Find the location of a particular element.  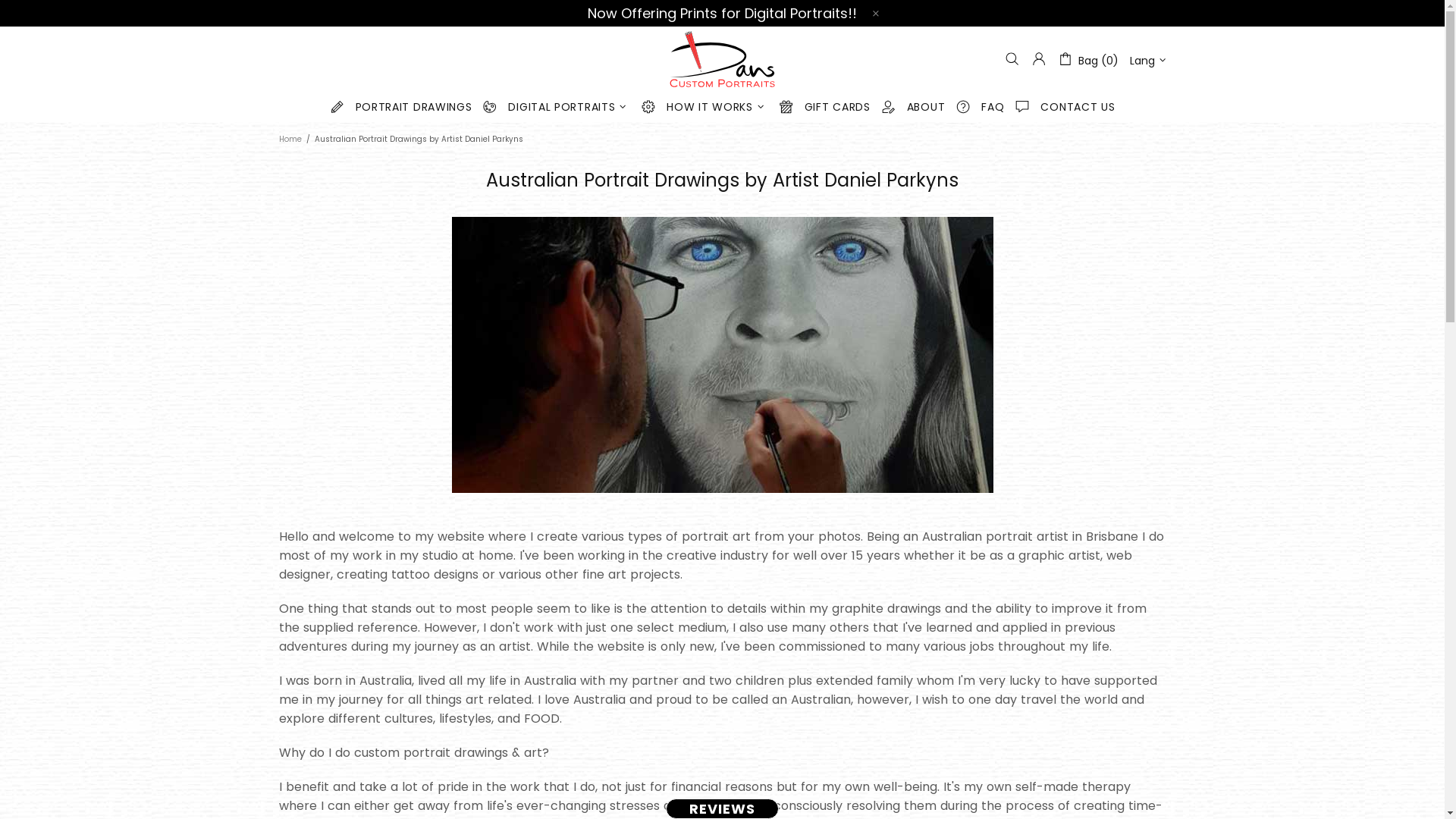

'HOW IT WORKS' is located at coordinates (635, 106).